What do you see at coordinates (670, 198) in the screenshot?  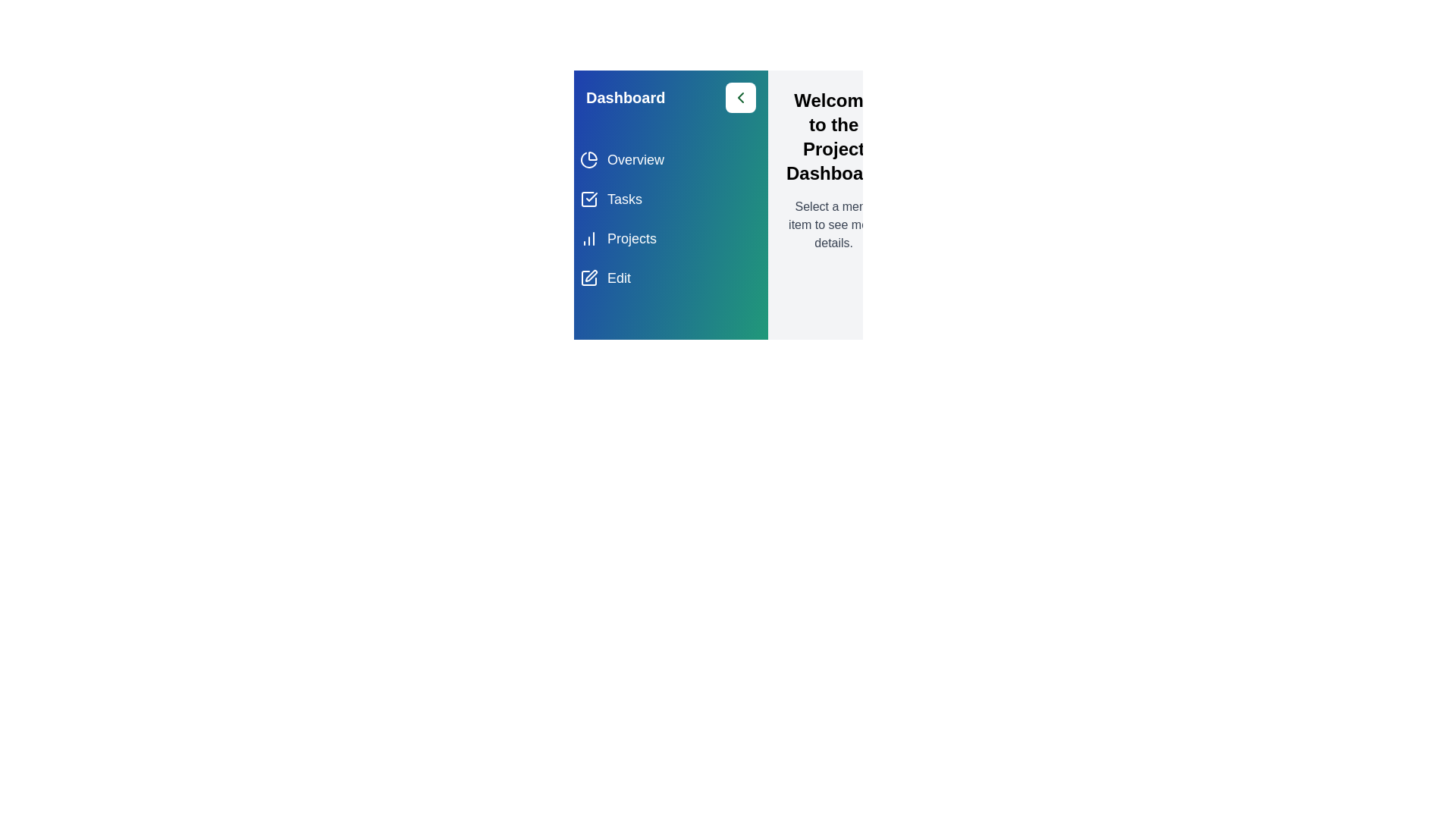 I see `the menu item Tasks from the list` at bounding box center [670, 198].